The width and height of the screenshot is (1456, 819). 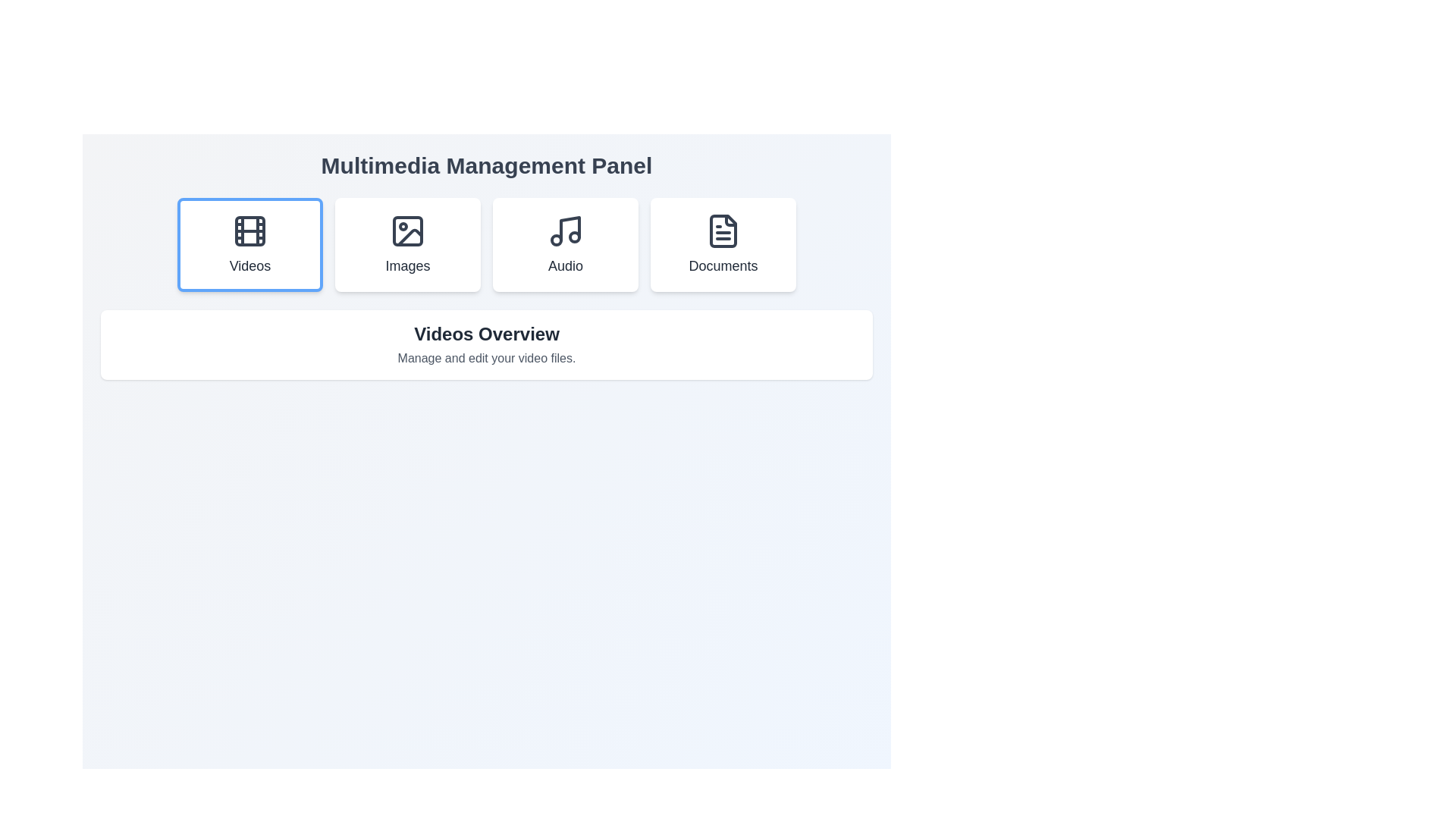 What do you see at coordinates (564, 265) in the screenshot?
I see `'Audio' label displayed in large gray font located at the bottom center of the third card from the left` at bounding box center [564, 265].